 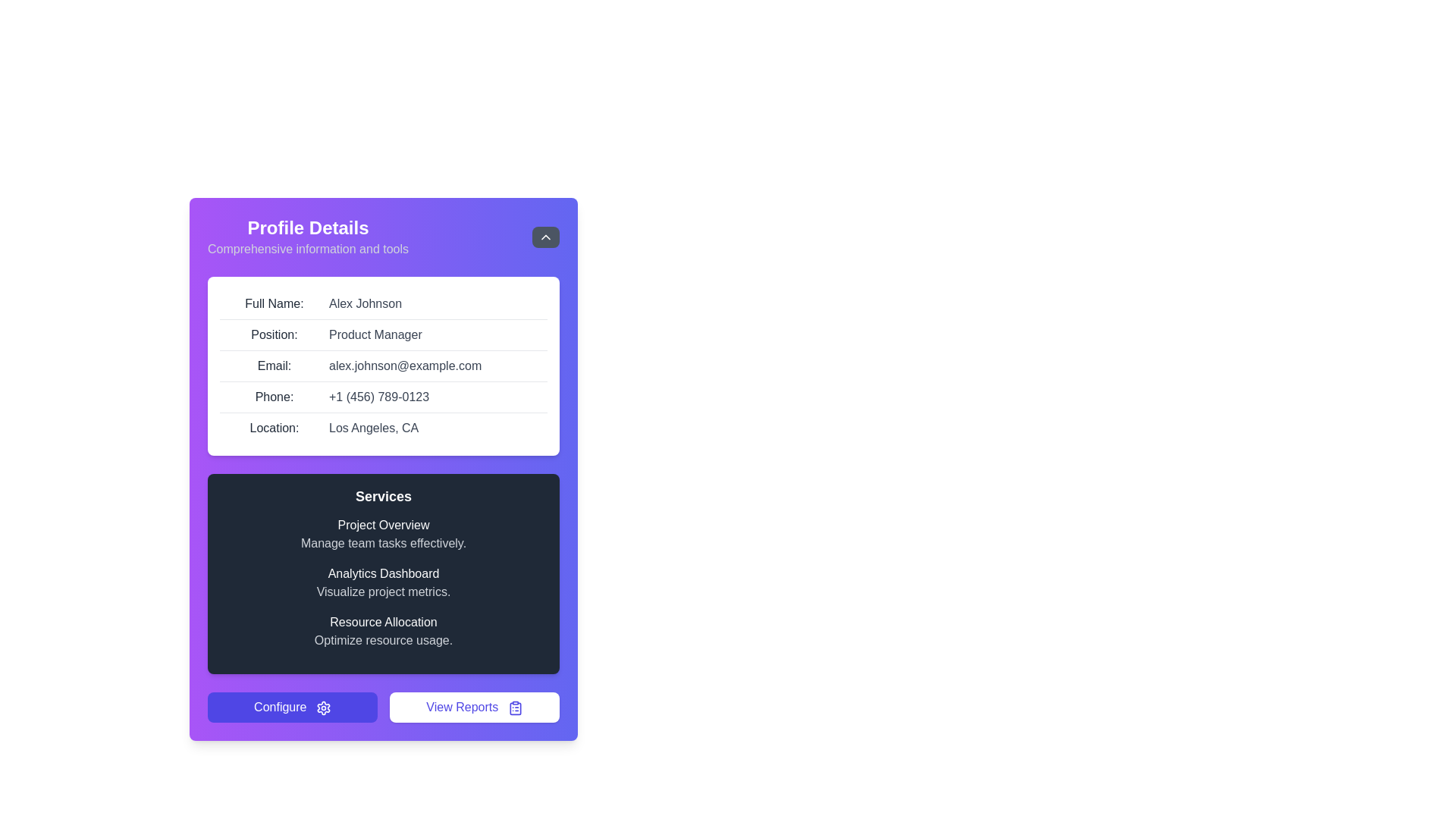 What do you see at coordinates (383, 640) in the screenshot?
I see `the text label displaying 'Optimize resource usage.' which is styled in light gray and located below the 'Resource Allocation' heading in the 'Services' section` at bounding box center [383, 640].